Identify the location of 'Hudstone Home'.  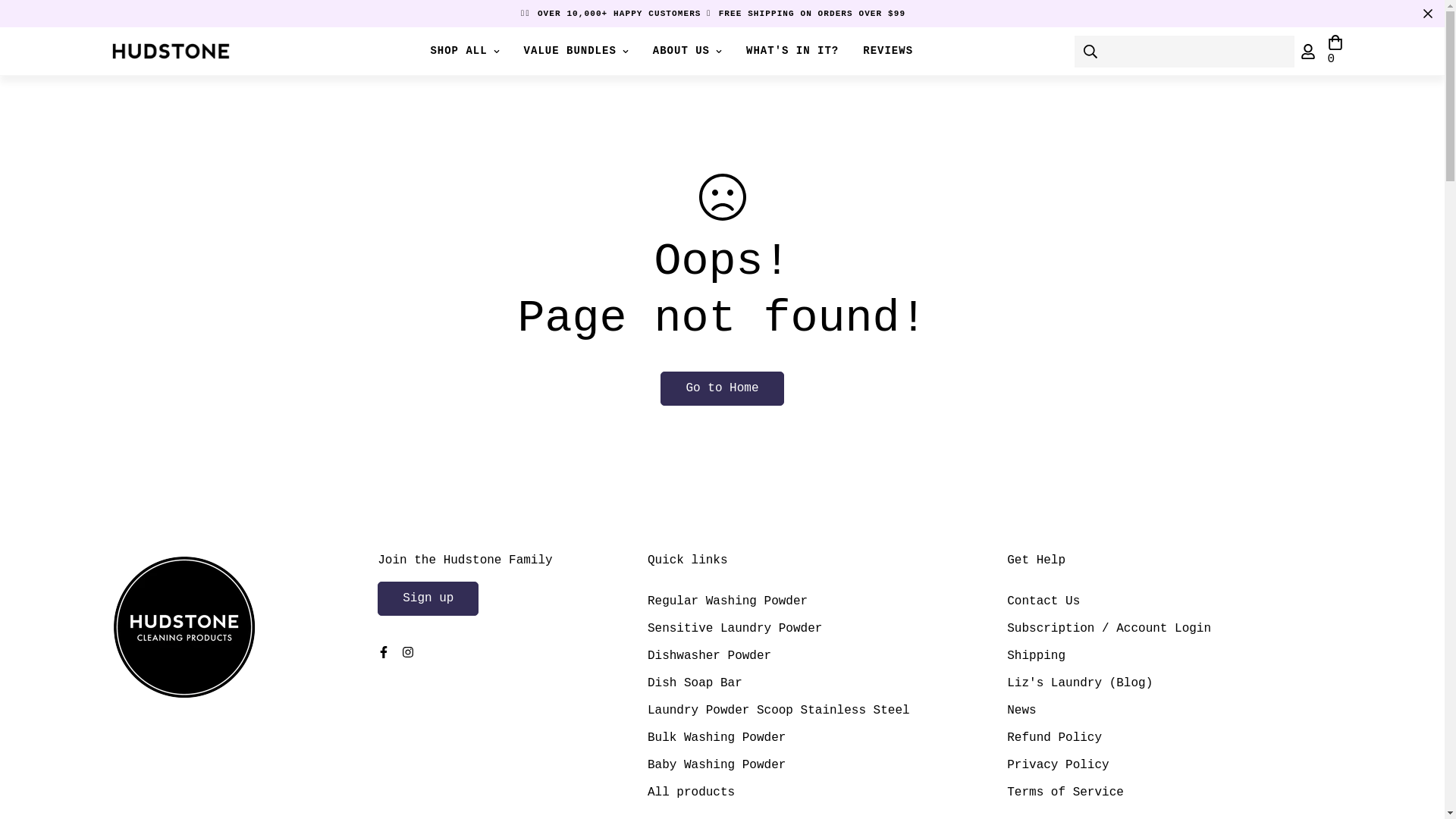
(170, 49).